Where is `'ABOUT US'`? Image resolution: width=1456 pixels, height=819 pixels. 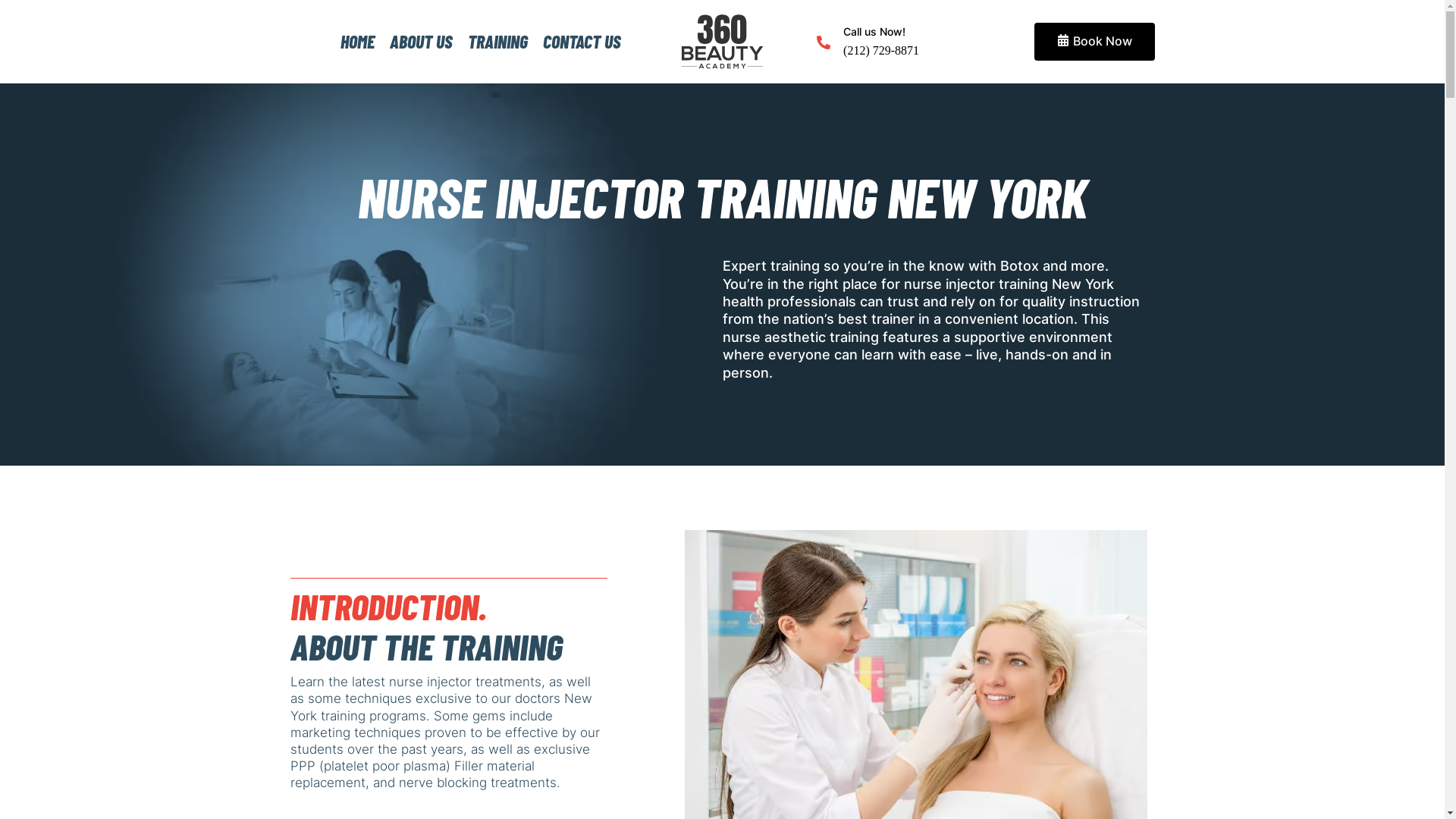
'ABOUT US' is located at coordinates (421, 40).